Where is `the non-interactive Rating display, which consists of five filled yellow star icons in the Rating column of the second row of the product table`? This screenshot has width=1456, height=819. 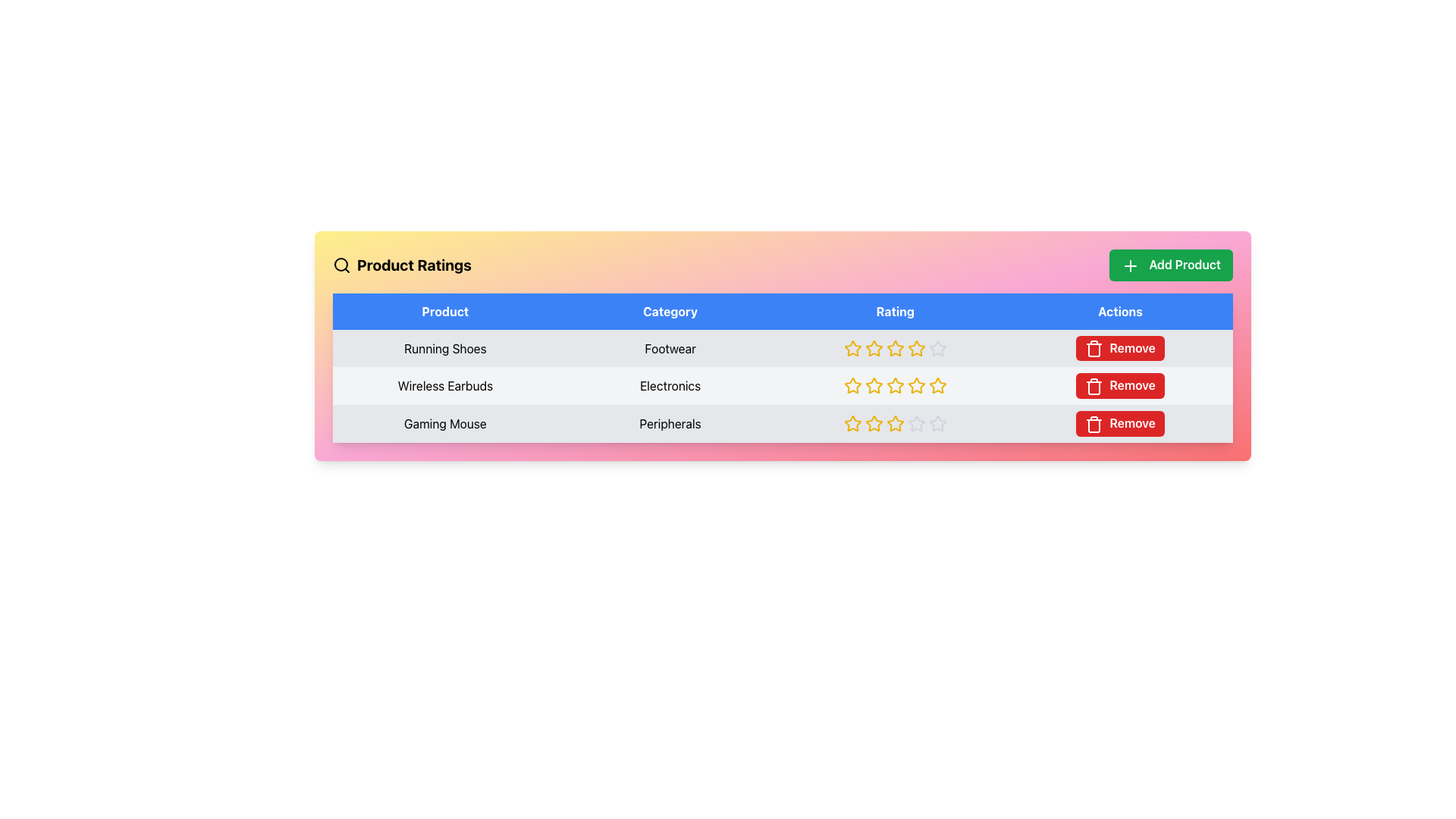 the non-interactive Rating display, which consists of five filled yellow star icons in the Rating column of the second row of the product table is located at coordinates (895, 385).